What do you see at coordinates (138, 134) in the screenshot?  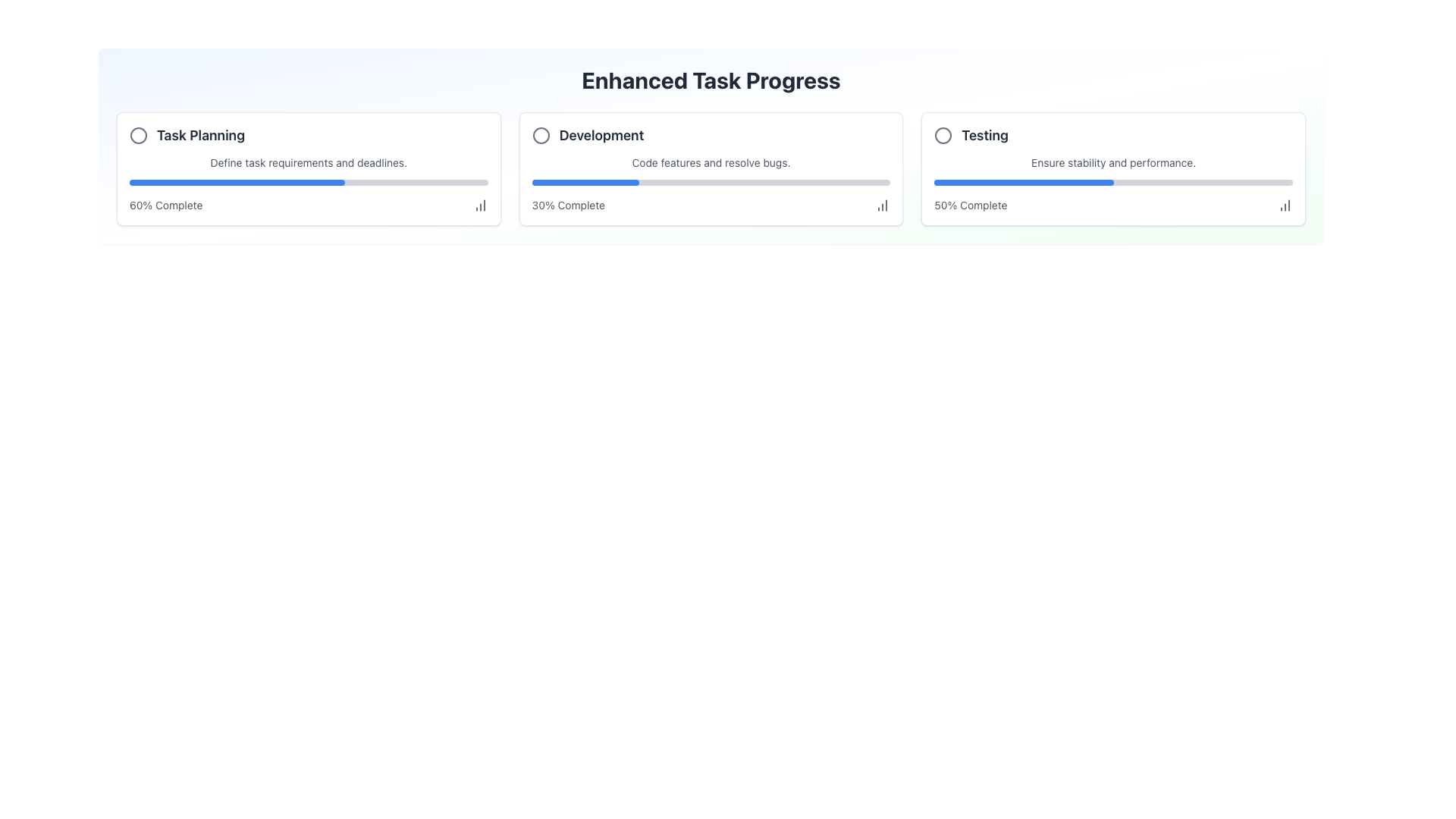 I see `the Vector Graphic (Circle in SVG) that indicates task status within the 'Task Planning' card located in the upper left section of the layout` at bounding box center [138, 134].